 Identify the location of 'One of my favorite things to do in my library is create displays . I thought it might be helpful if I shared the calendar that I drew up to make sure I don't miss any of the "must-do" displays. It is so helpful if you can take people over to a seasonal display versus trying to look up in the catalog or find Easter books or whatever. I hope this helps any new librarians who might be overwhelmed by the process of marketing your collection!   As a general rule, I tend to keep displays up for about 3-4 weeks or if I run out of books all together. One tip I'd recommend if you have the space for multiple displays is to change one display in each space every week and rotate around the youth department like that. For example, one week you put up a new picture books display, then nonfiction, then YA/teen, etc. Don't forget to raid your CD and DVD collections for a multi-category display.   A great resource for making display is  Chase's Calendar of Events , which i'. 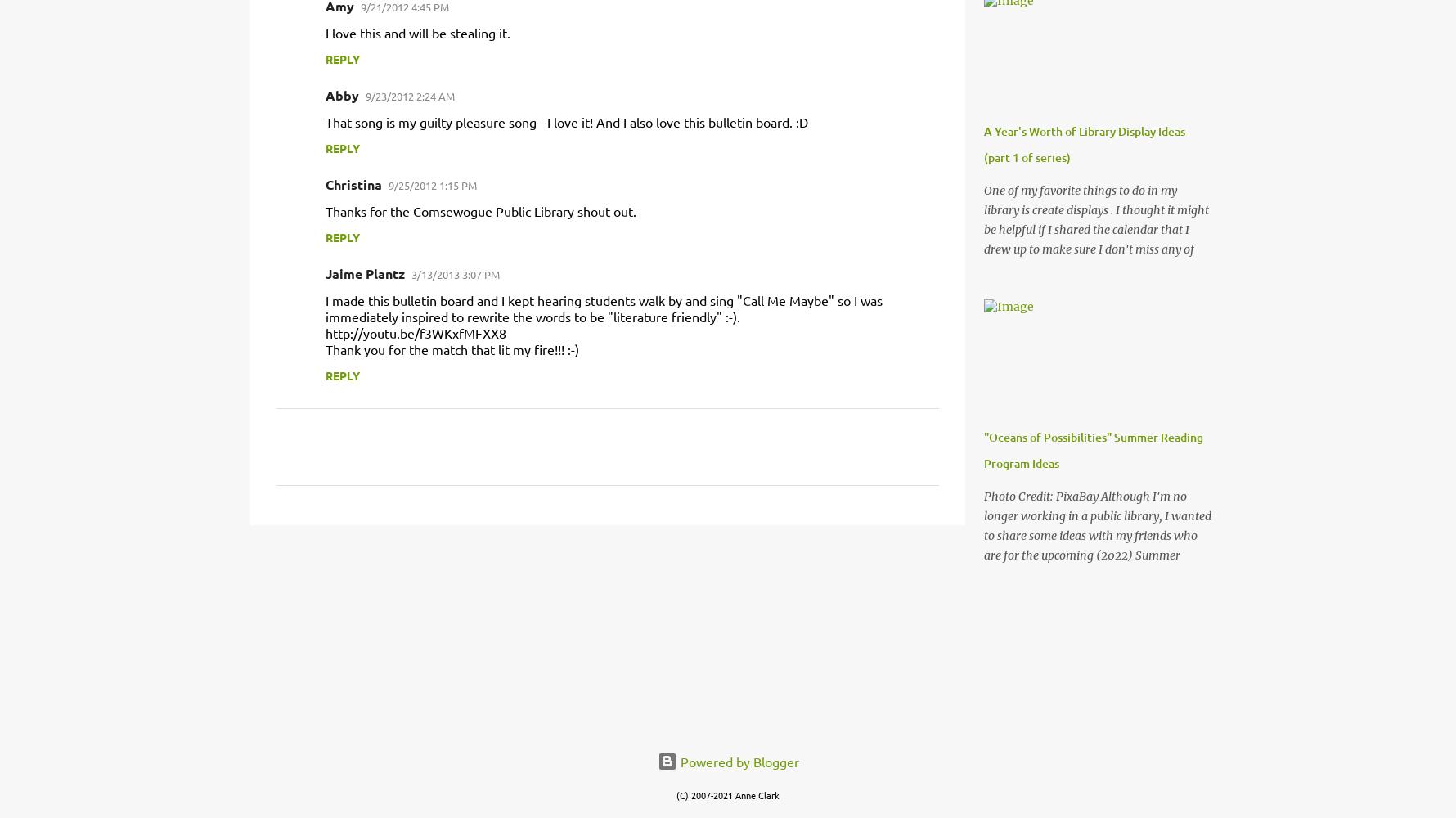
(983, 406).